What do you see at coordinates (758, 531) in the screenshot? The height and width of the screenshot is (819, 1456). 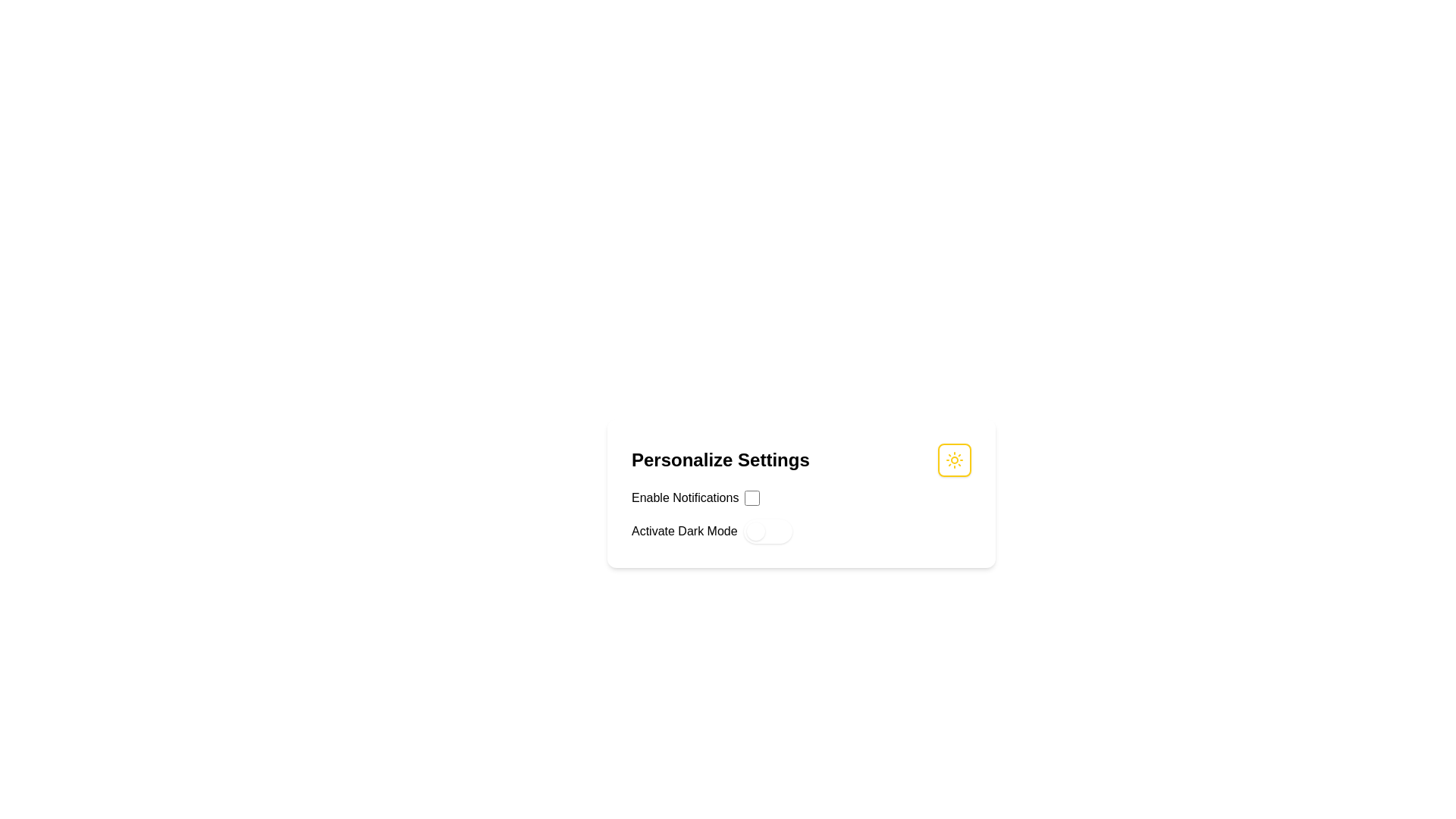 I see `the toggle` at bounding box center [758, 531].